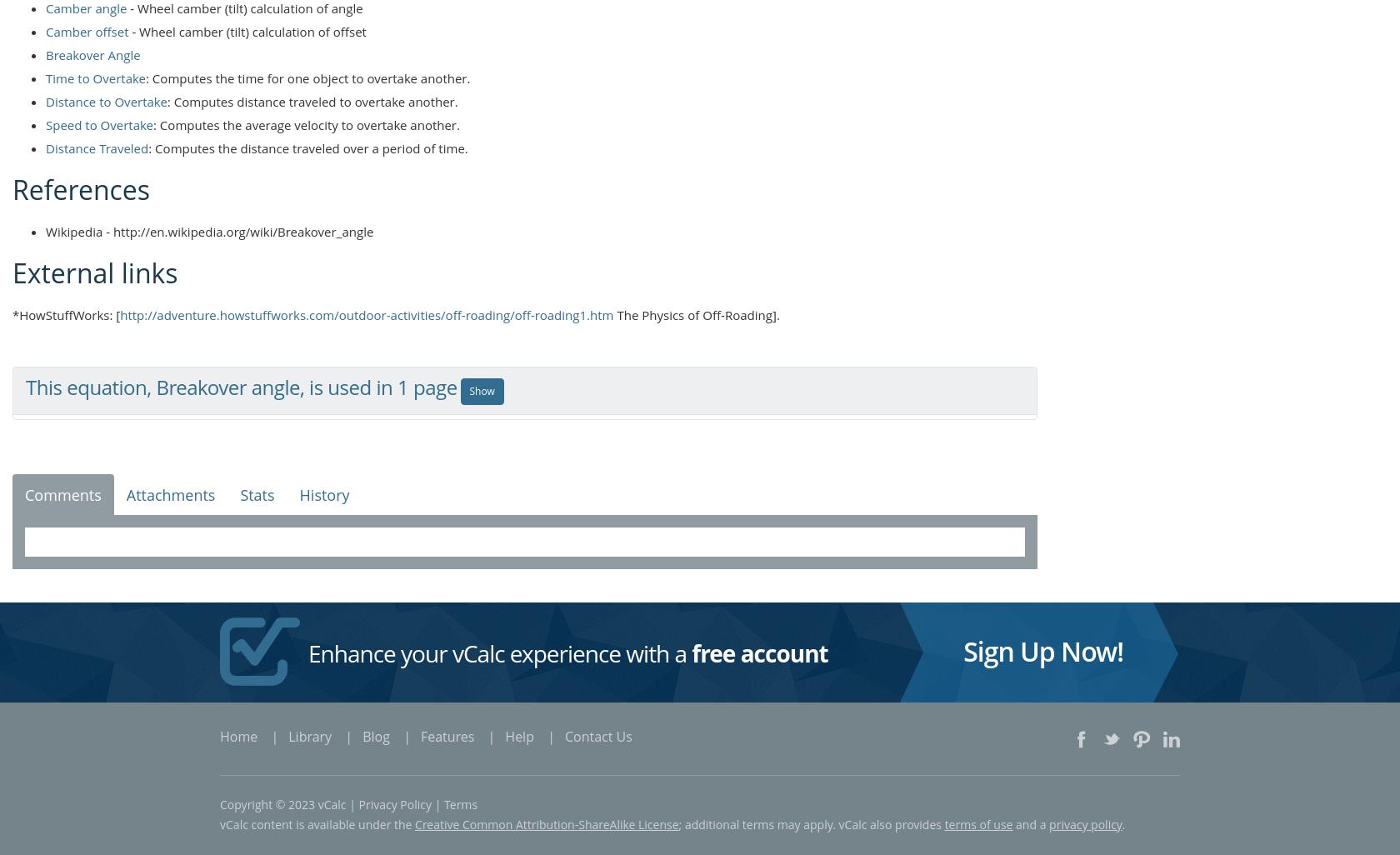 This screenshot has width=1400, height=855. Describe the element at coordinates (26, 385) in the screenshot. I see `'This equation, Breakover angle, is used in 1 page'` at that location.